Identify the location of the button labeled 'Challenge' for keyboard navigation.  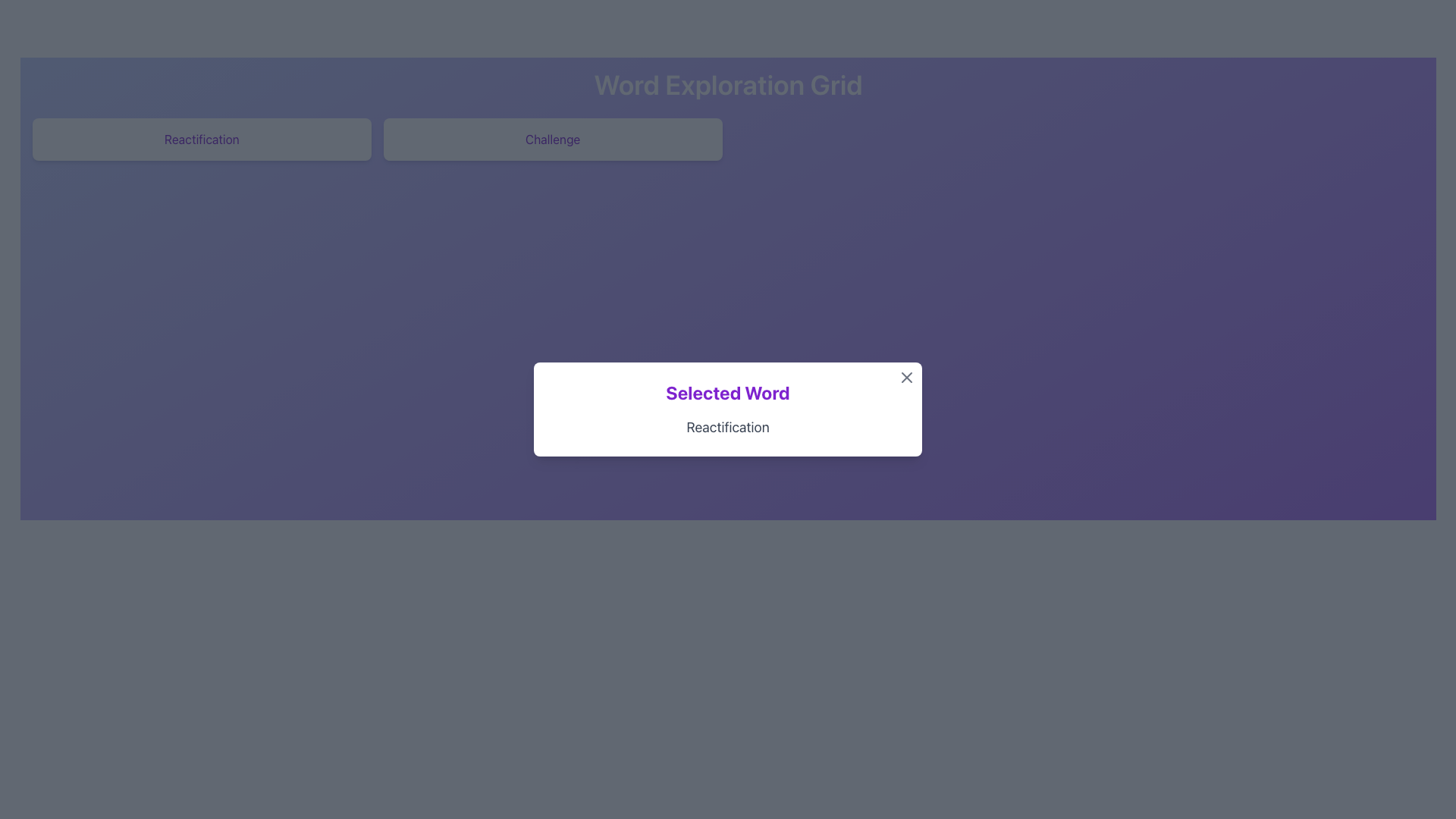
(552, 140).